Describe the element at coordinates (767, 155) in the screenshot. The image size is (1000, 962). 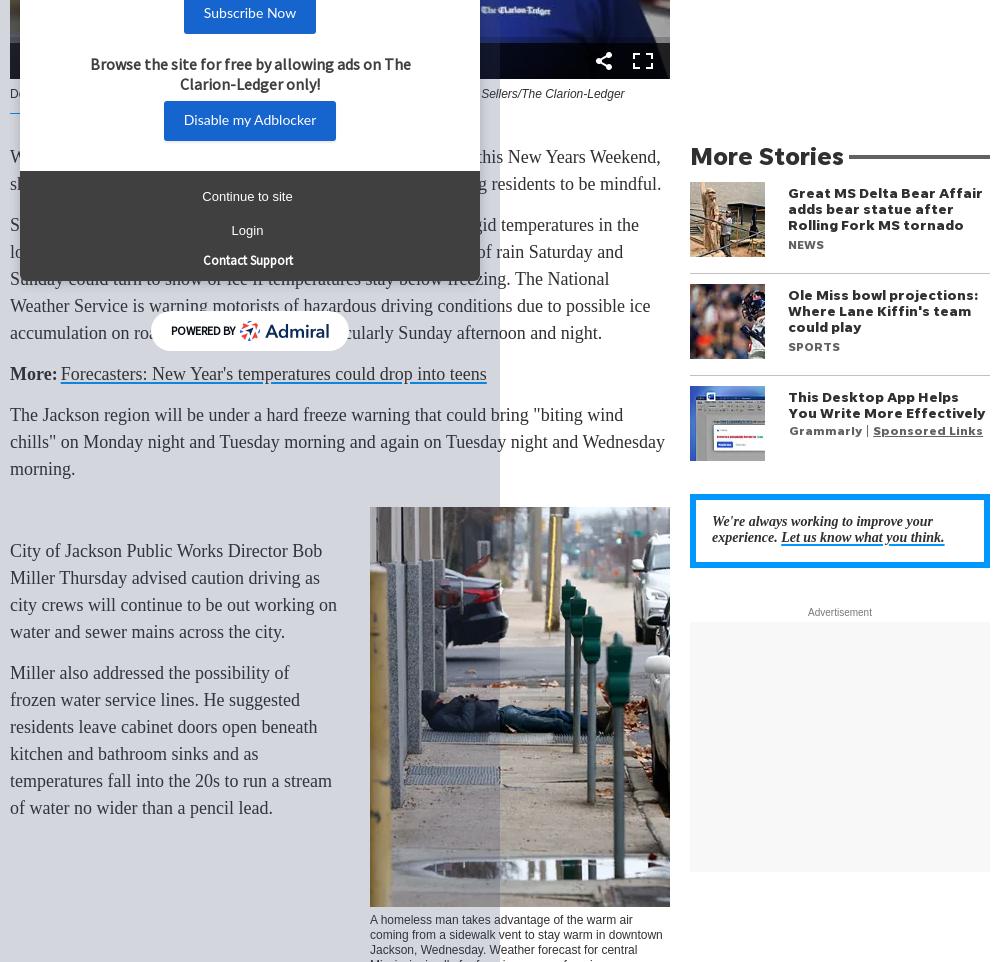
I see `'More Stories'` at that location.